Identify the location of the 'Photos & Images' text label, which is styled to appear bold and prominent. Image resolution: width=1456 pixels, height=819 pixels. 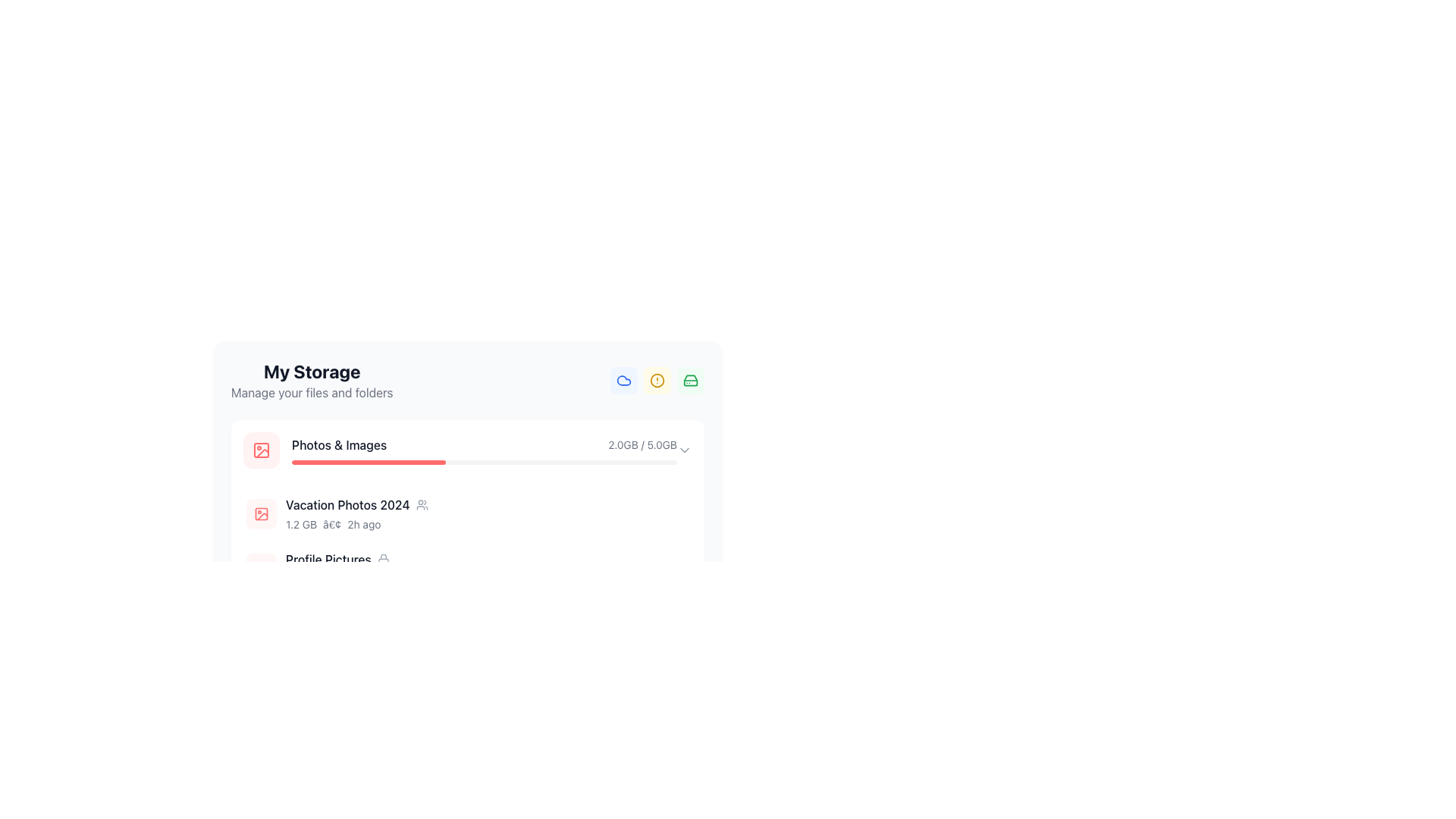
(338, 444).